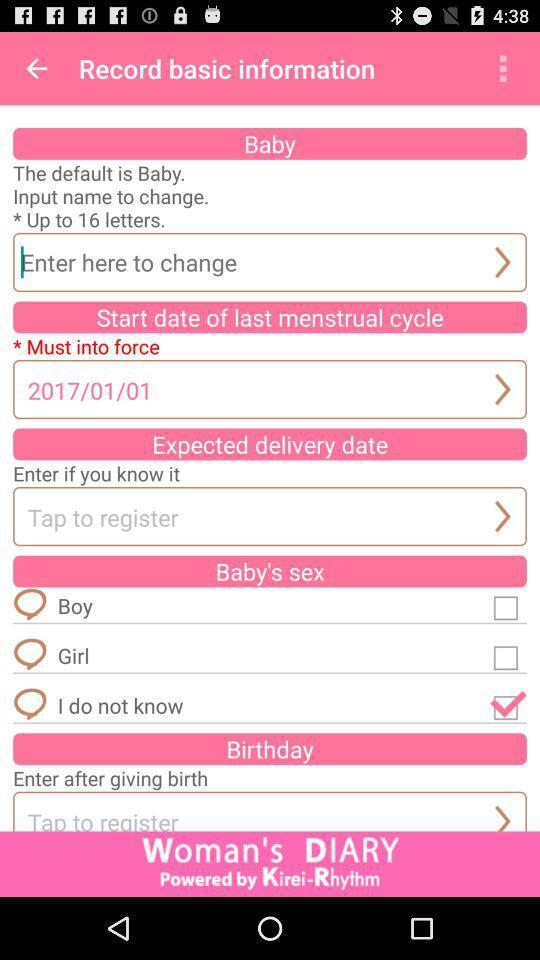  What do you see at coordinates (508, 654) in the screenshot?
I see `option` at bounding box center [508, 654].